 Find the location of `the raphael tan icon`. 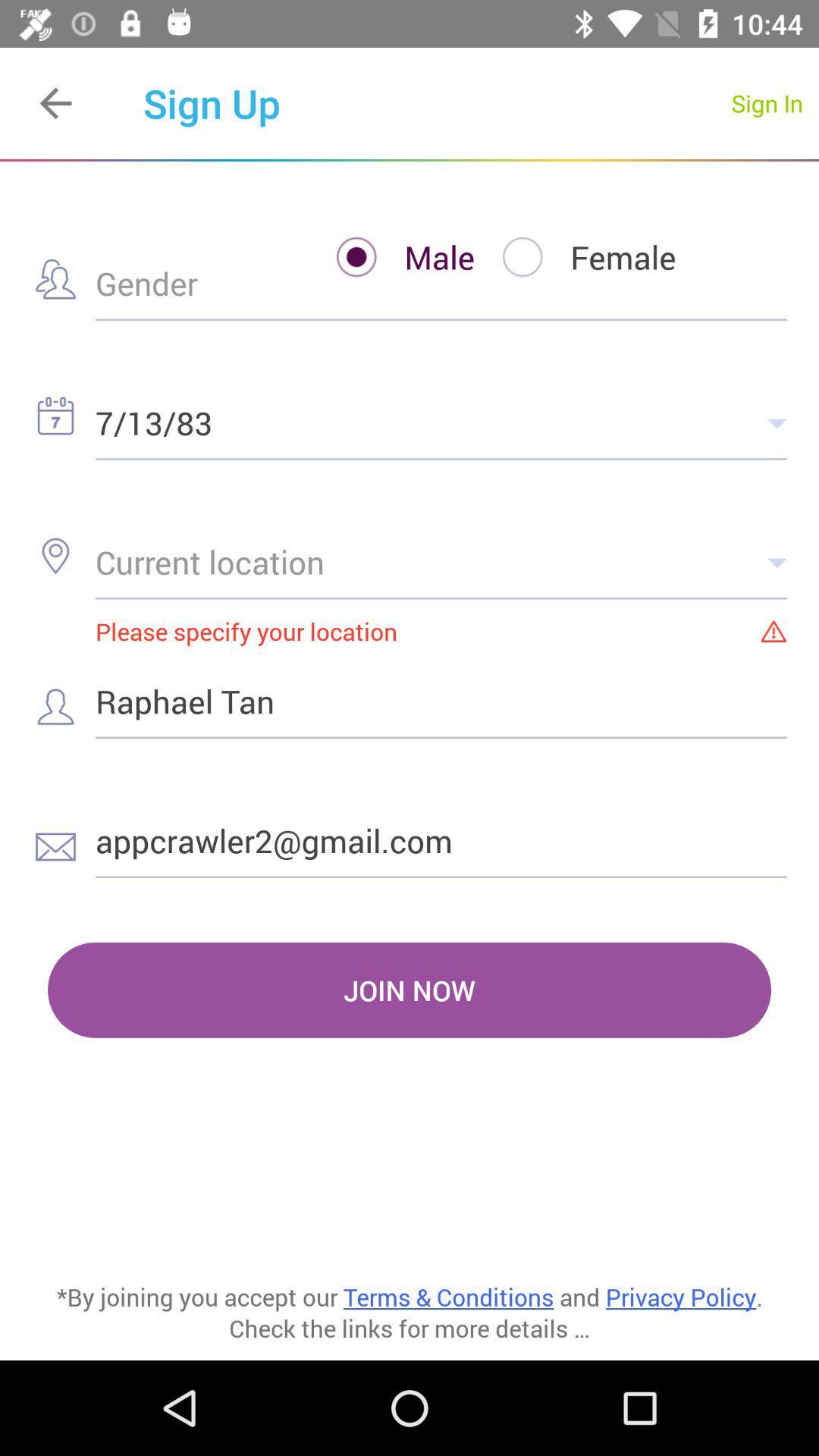

the raphael tan icon is located at coordinates (441, 700).